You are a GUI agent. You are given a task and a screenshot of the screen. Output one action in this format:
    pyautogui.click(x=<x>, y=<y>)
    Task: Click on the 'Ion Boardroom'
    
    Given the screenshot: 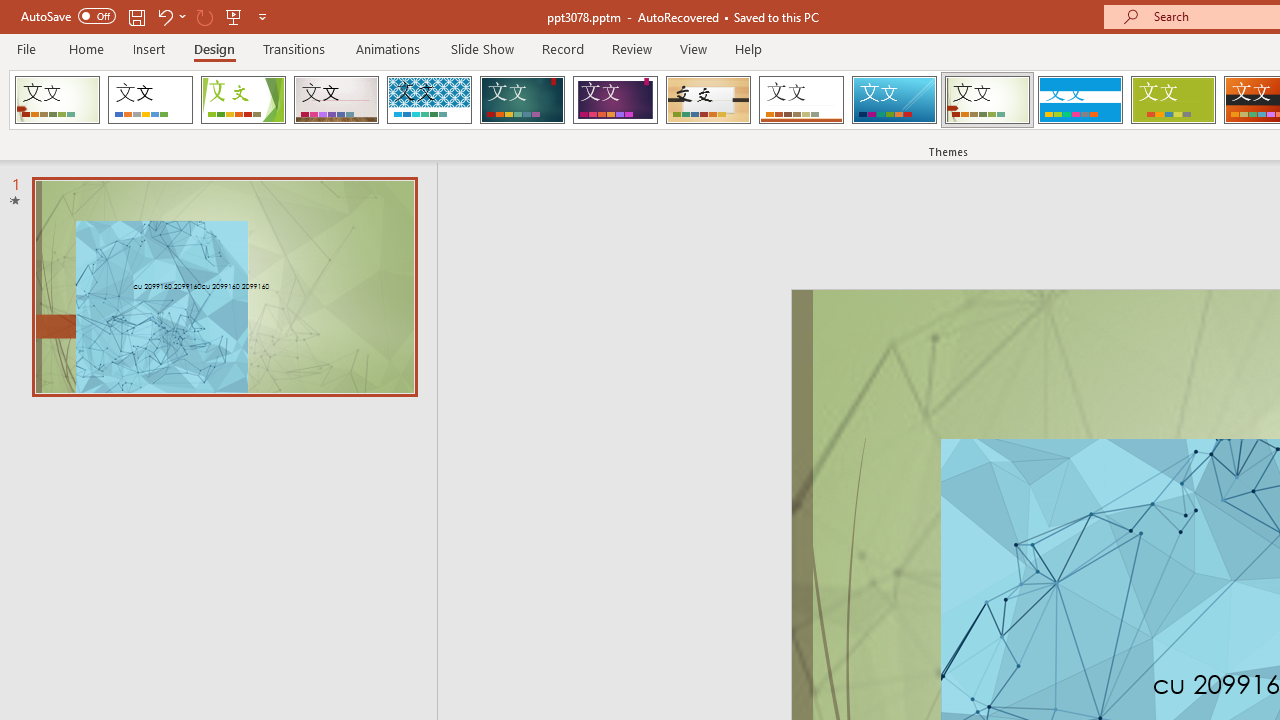 What is the action you would take?
    pyautogui.click(x=614, y=100)
    